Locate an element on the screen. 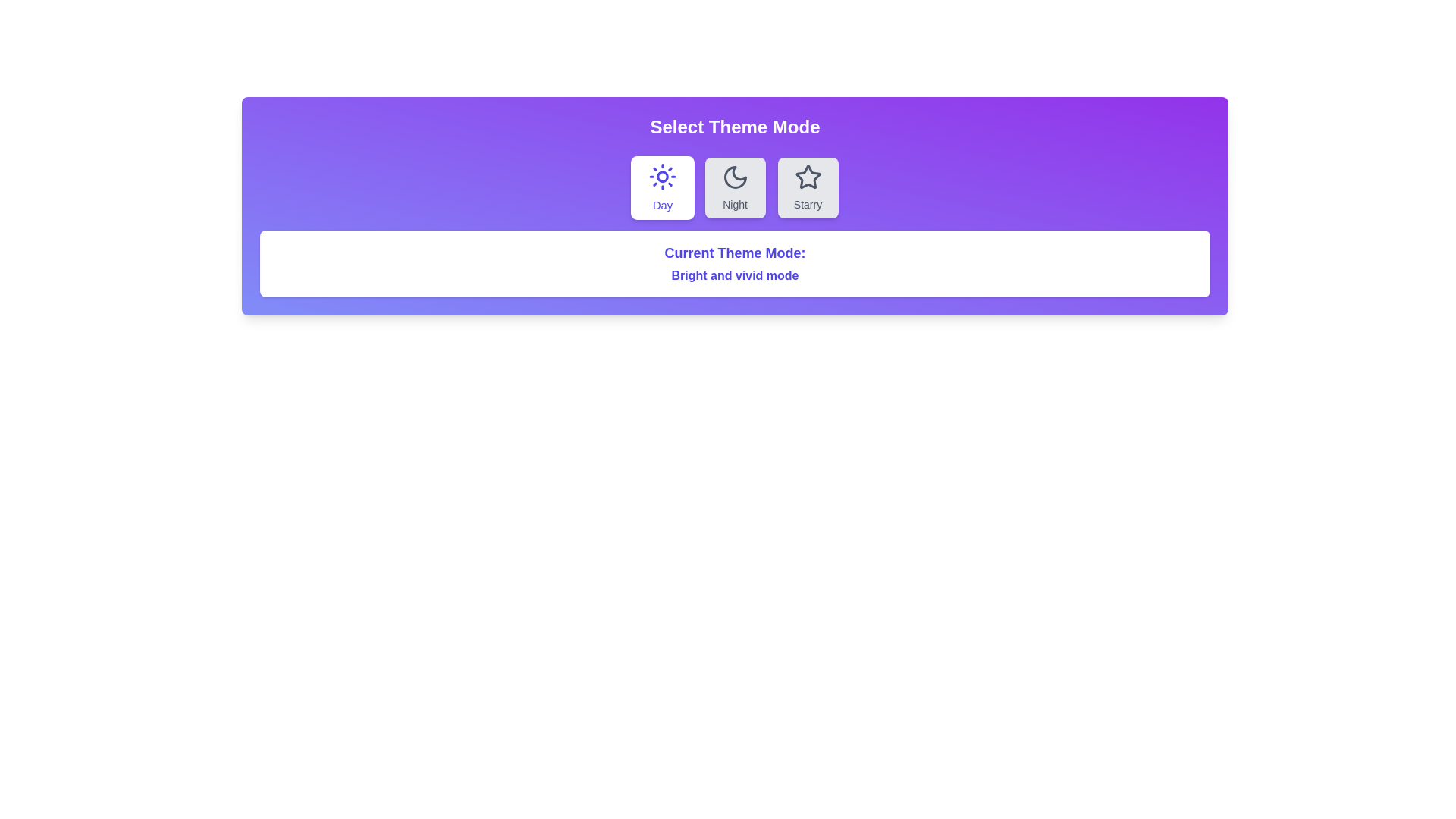  the Day button to observe visual feedback is located at coordinates (662, 187).